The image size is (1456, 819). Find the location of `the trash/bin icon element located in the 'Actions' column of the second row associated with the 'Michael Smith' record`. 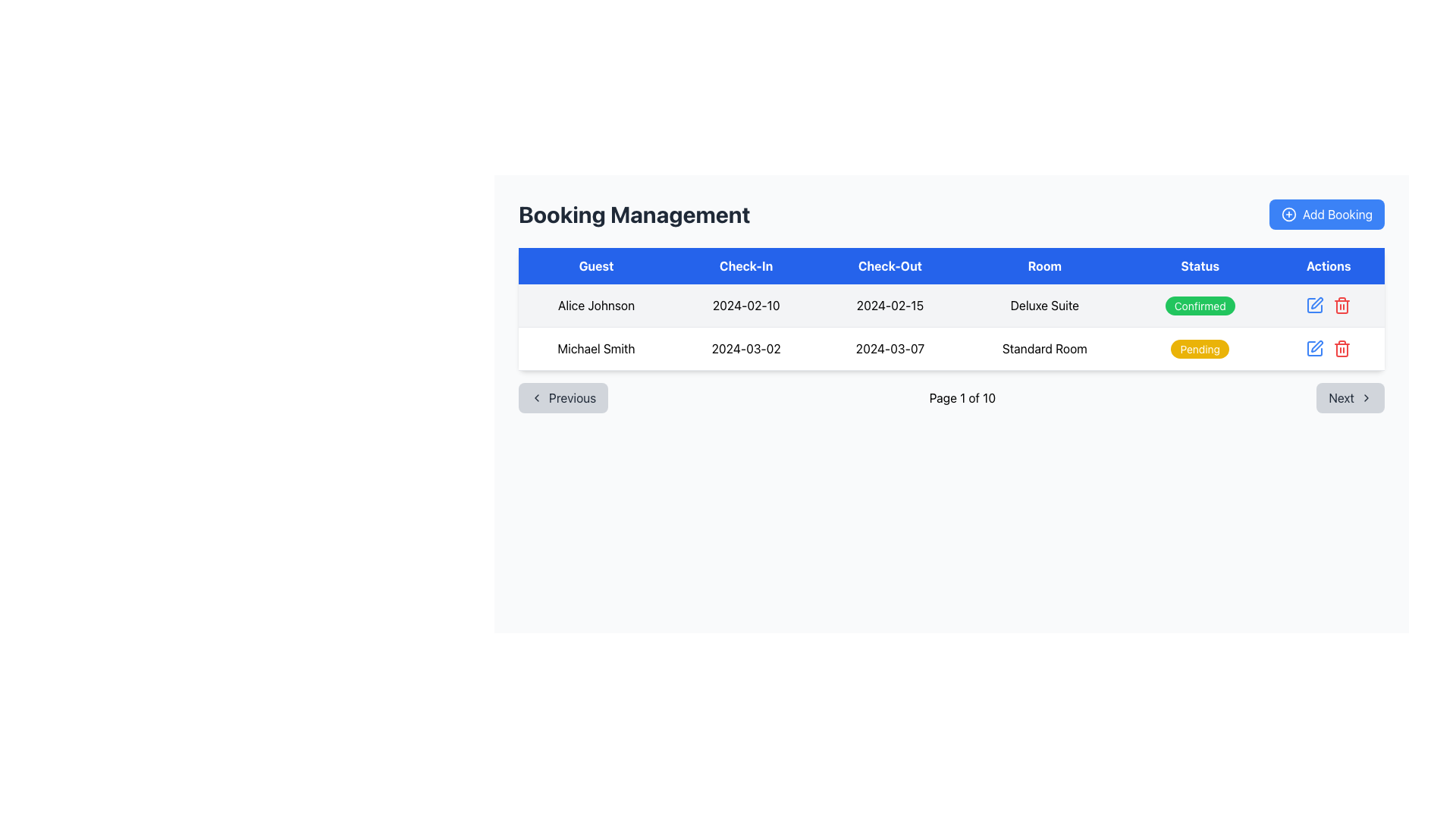

the trash/bin icon element located in the 'Actions' column of the second row associated with the 'Michael Smith' record is located at coordinates (1342, 350).